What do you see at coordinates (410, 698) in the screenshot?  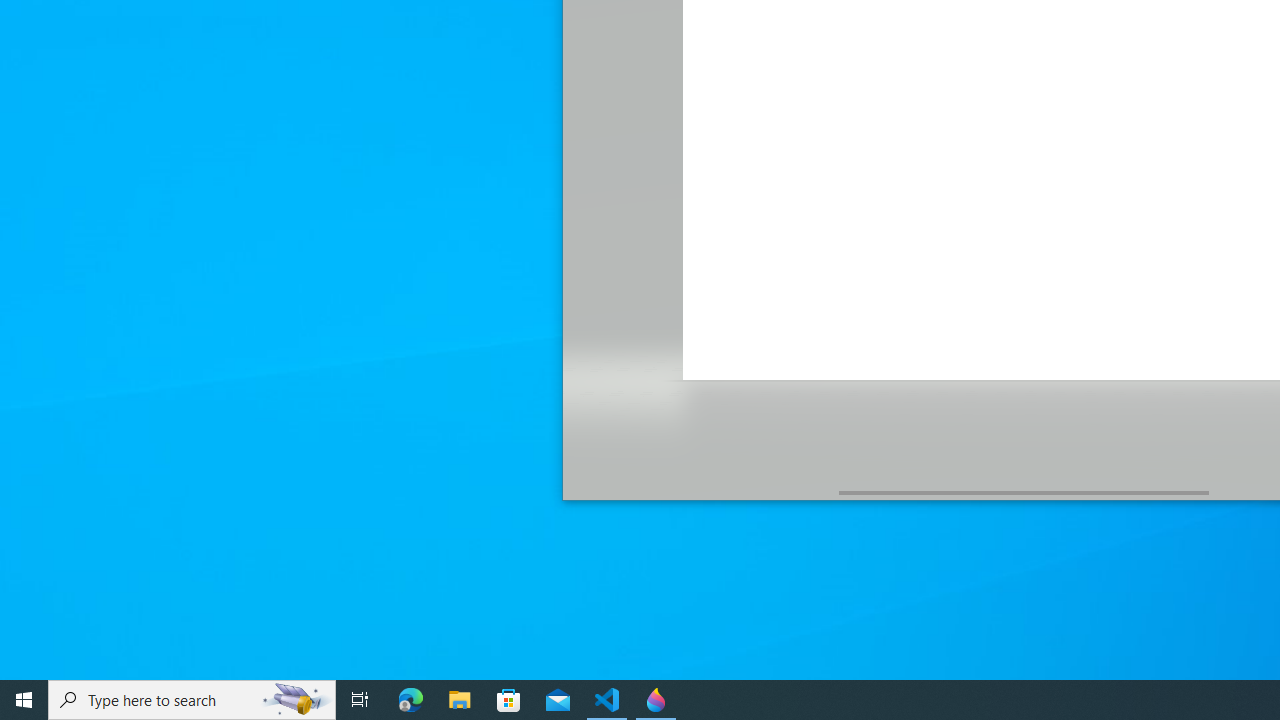 I see `'Microsoft Edge'` at bounding box center [410, 698].